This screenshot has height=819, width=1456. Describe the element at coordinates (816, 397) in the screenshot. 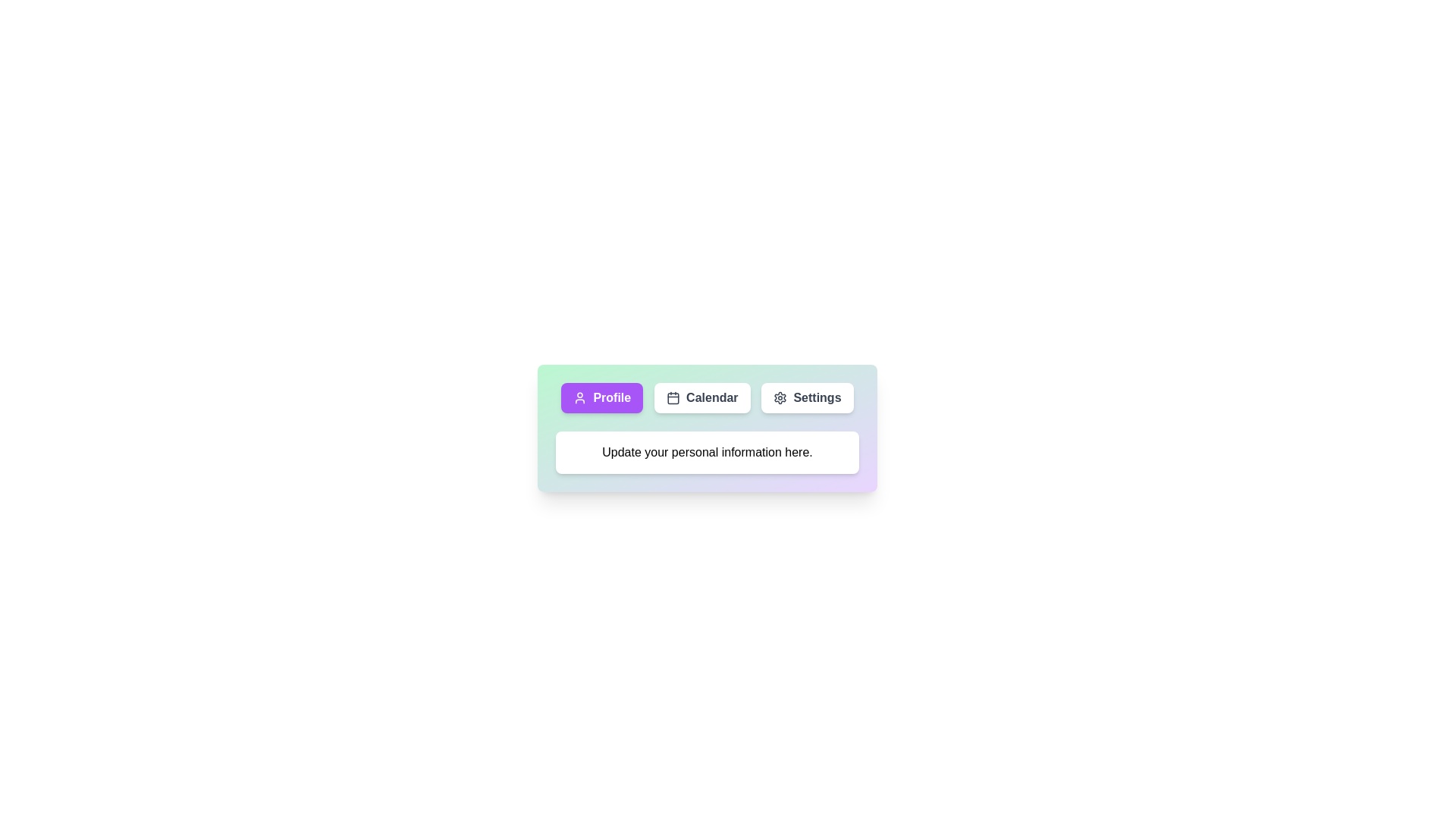

I see `the enclosing button labeled 'Settings', which is part of a button group in the settings section` at that location.